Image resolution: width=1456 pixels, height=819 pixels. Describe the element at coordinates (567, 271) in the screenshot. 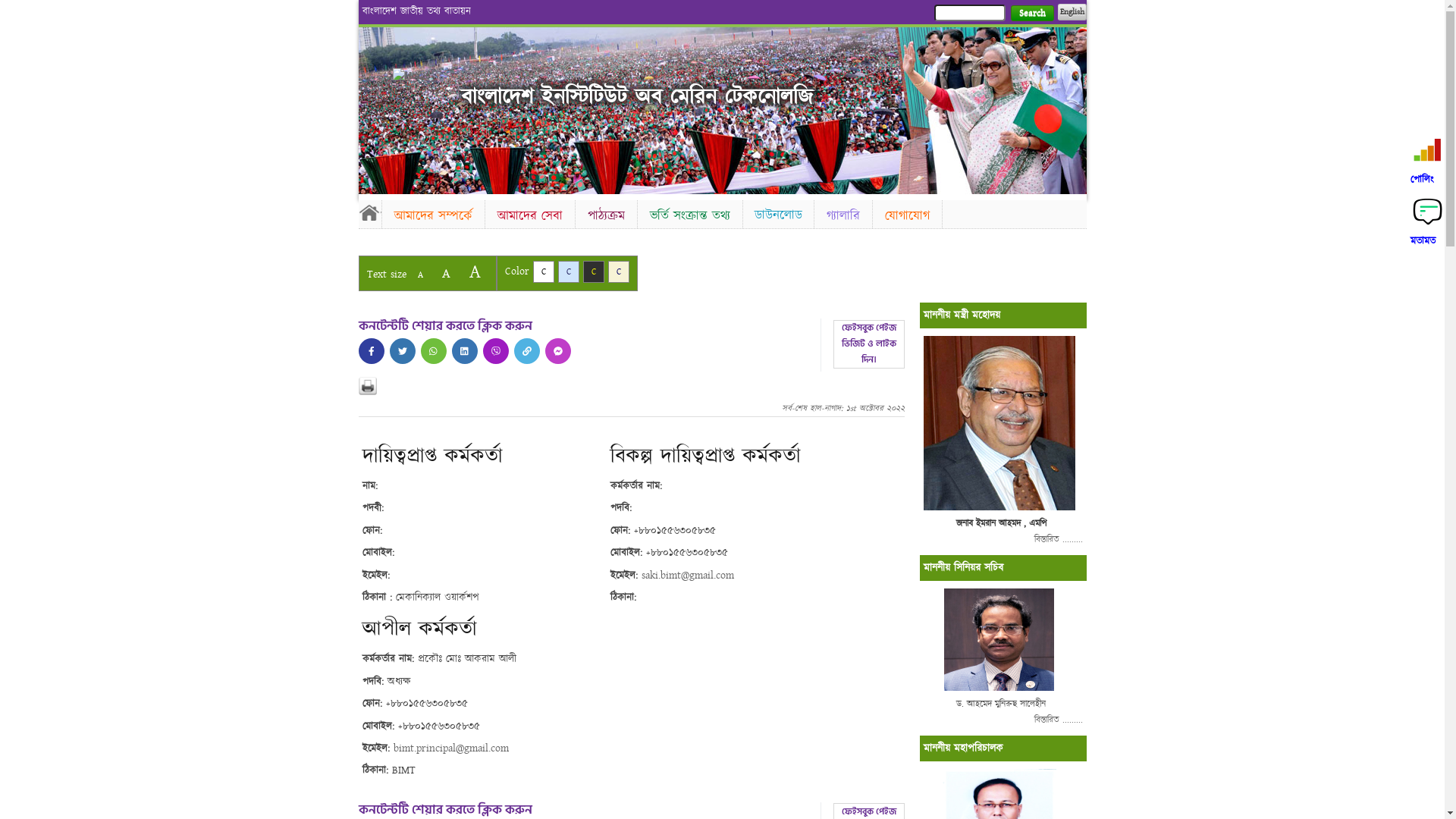

I see `'C'` at that location.